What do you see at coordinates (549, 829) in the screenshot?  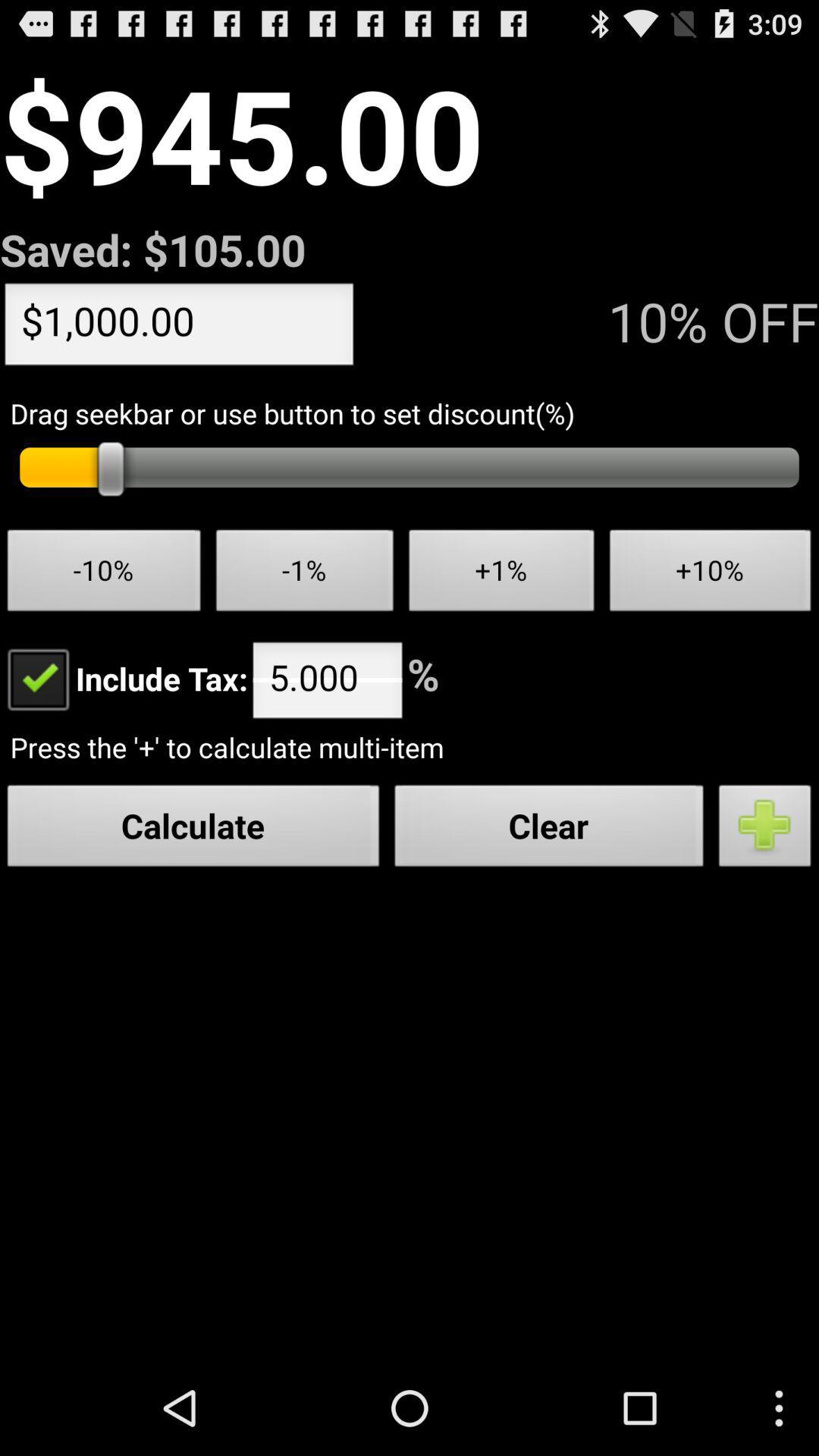 I see `app below the press the to icon` at bounding box center [549, 829].